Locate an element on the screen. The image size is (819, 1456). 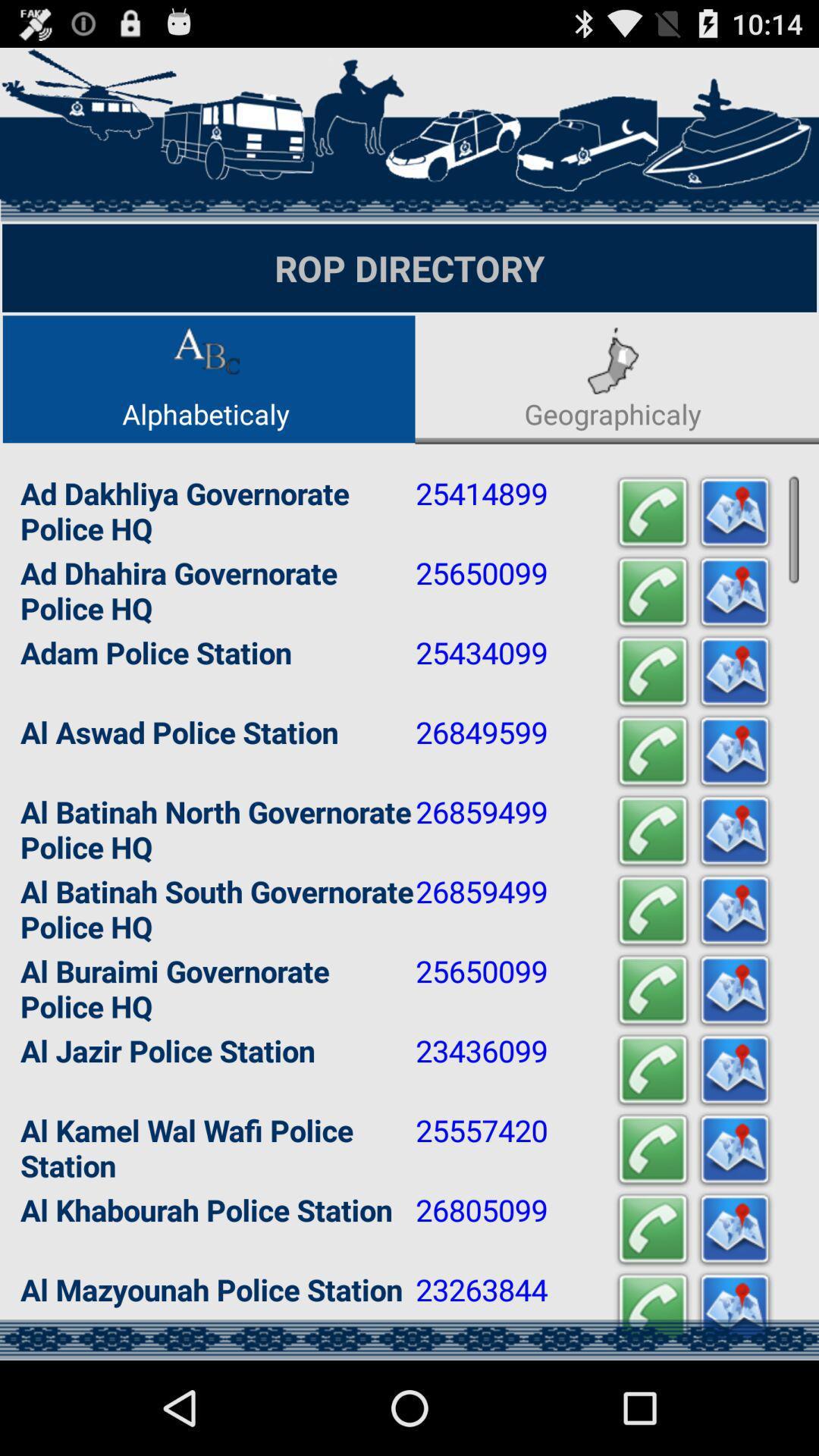
call is located at coordinates (651, 830).